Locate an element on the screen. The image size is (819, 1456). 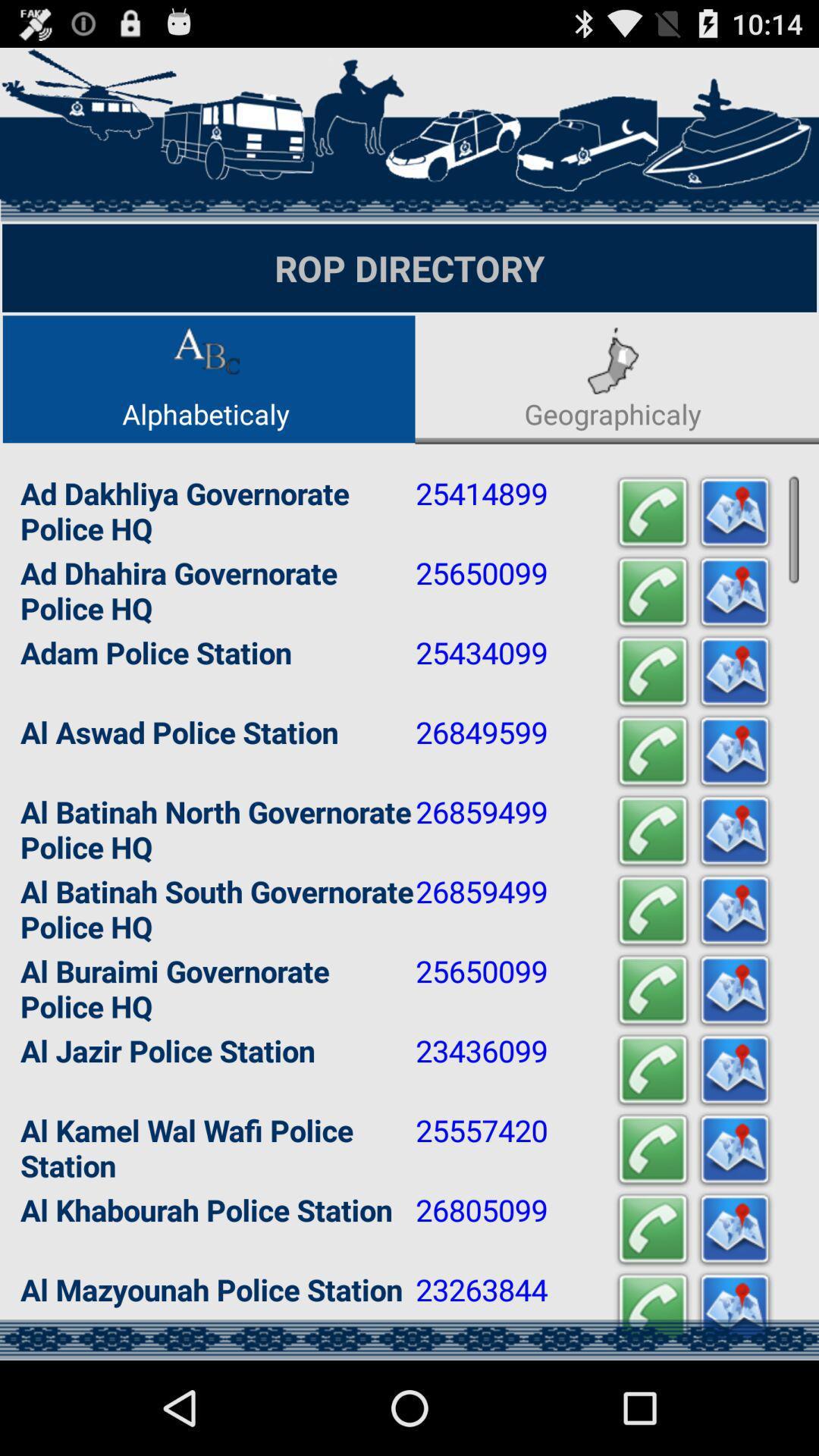
call is located at coordinates (651, 830).